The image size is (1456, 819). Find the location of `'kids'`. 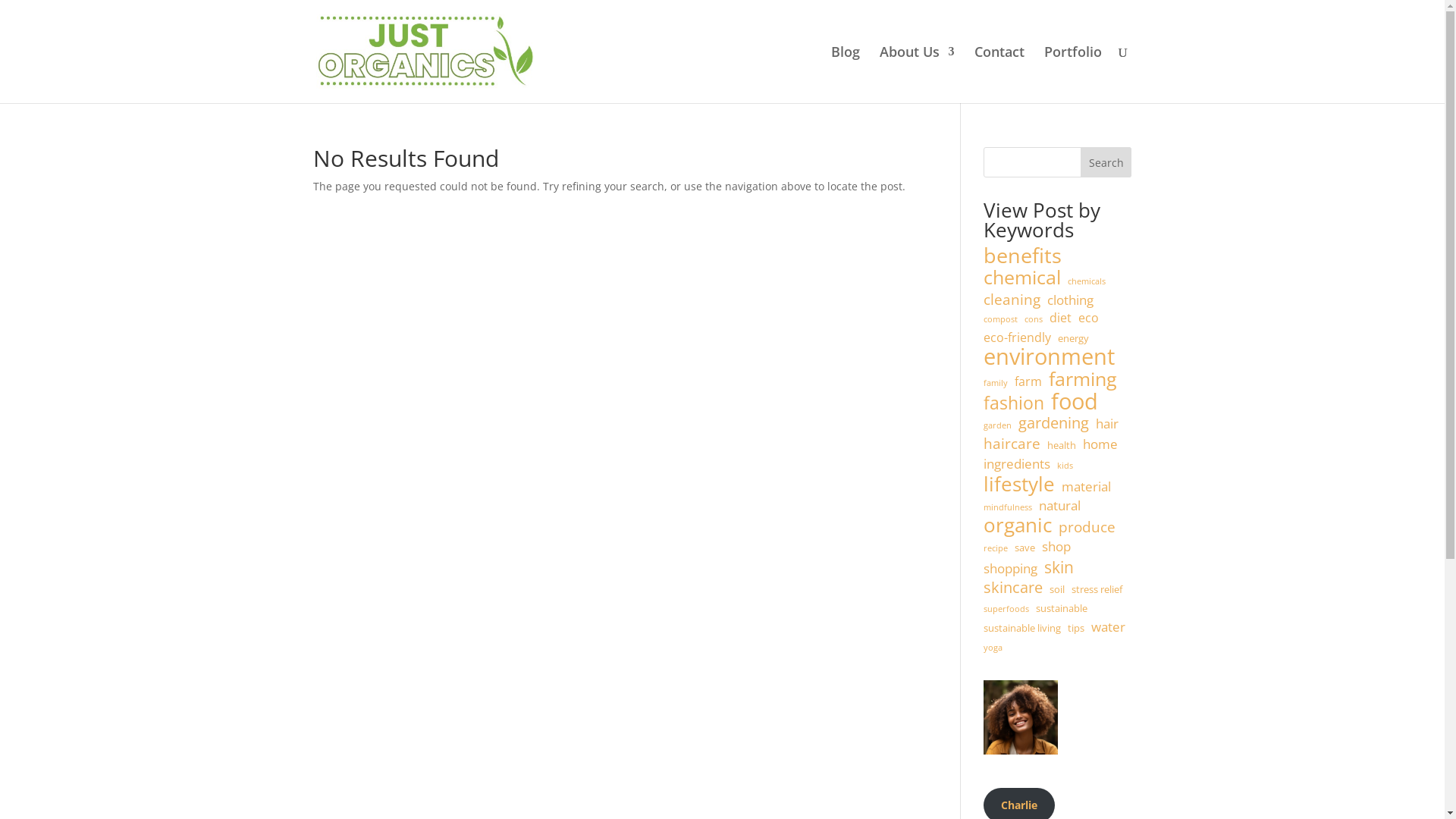

'kids' is located at coordinates (1064, 465).